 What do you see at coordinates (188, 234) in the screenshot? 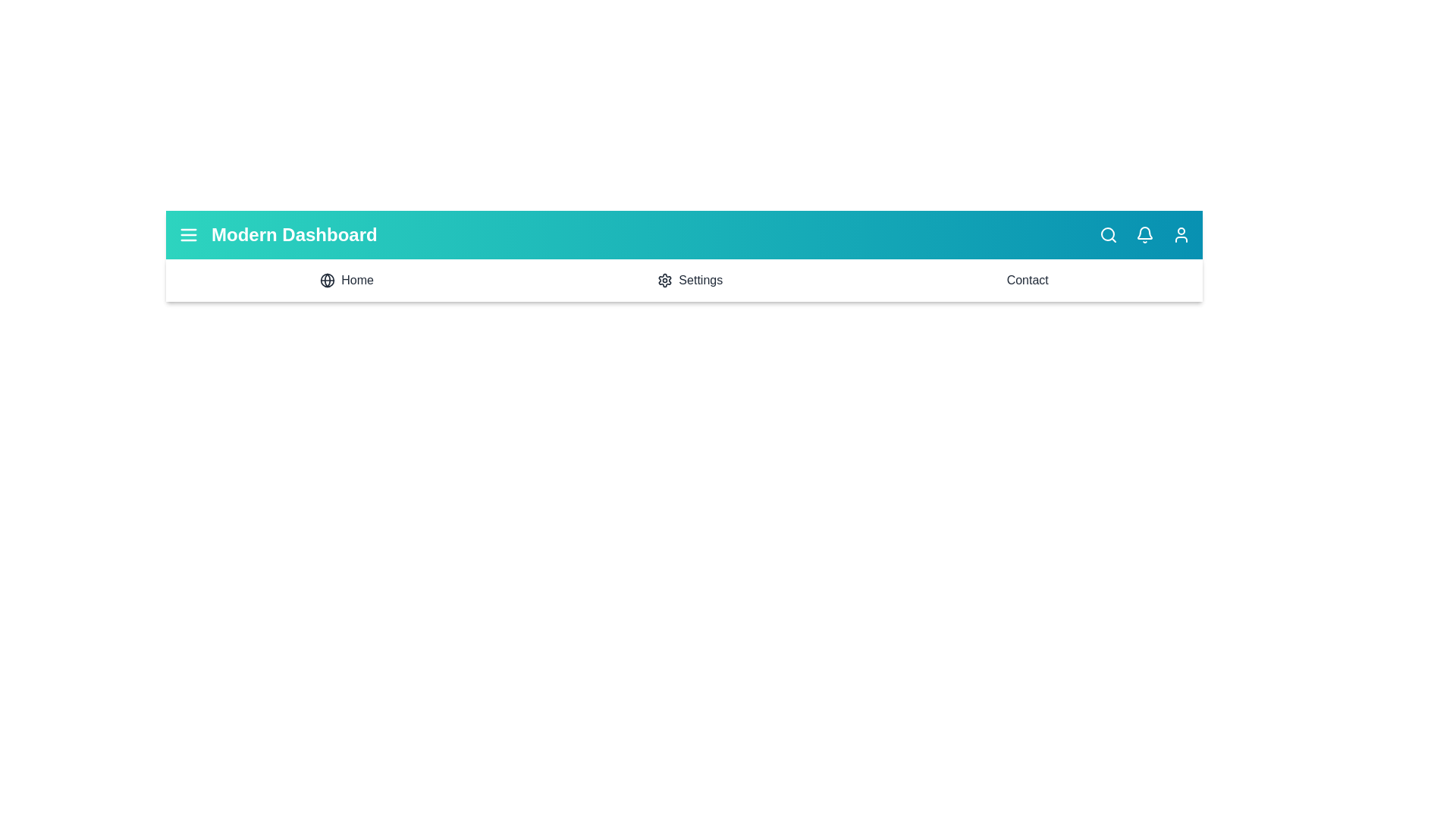
I see `the menu icon to toggle the main menu` at bounding box center [188, 234].